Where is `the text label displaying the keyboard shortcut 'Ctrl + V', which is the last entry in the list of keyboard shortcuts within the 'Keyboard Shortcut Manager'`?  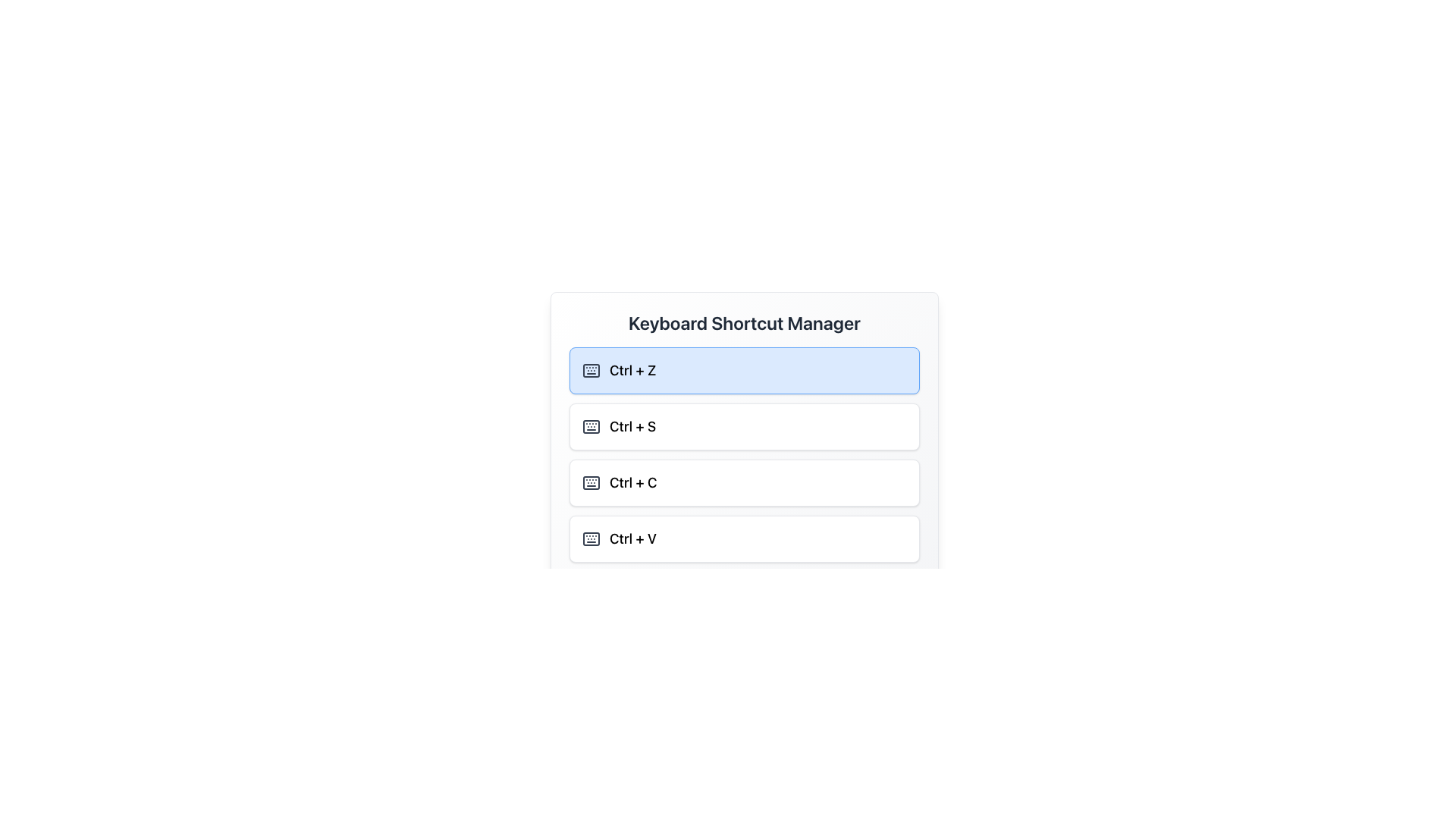 the text label displaying the keyboard shortcut 'Ctrl + V', which is the last entry in the list of keyboard shortcuts within the 'Keyboard Shortcut Manager' is located at coordinates (633, 538).